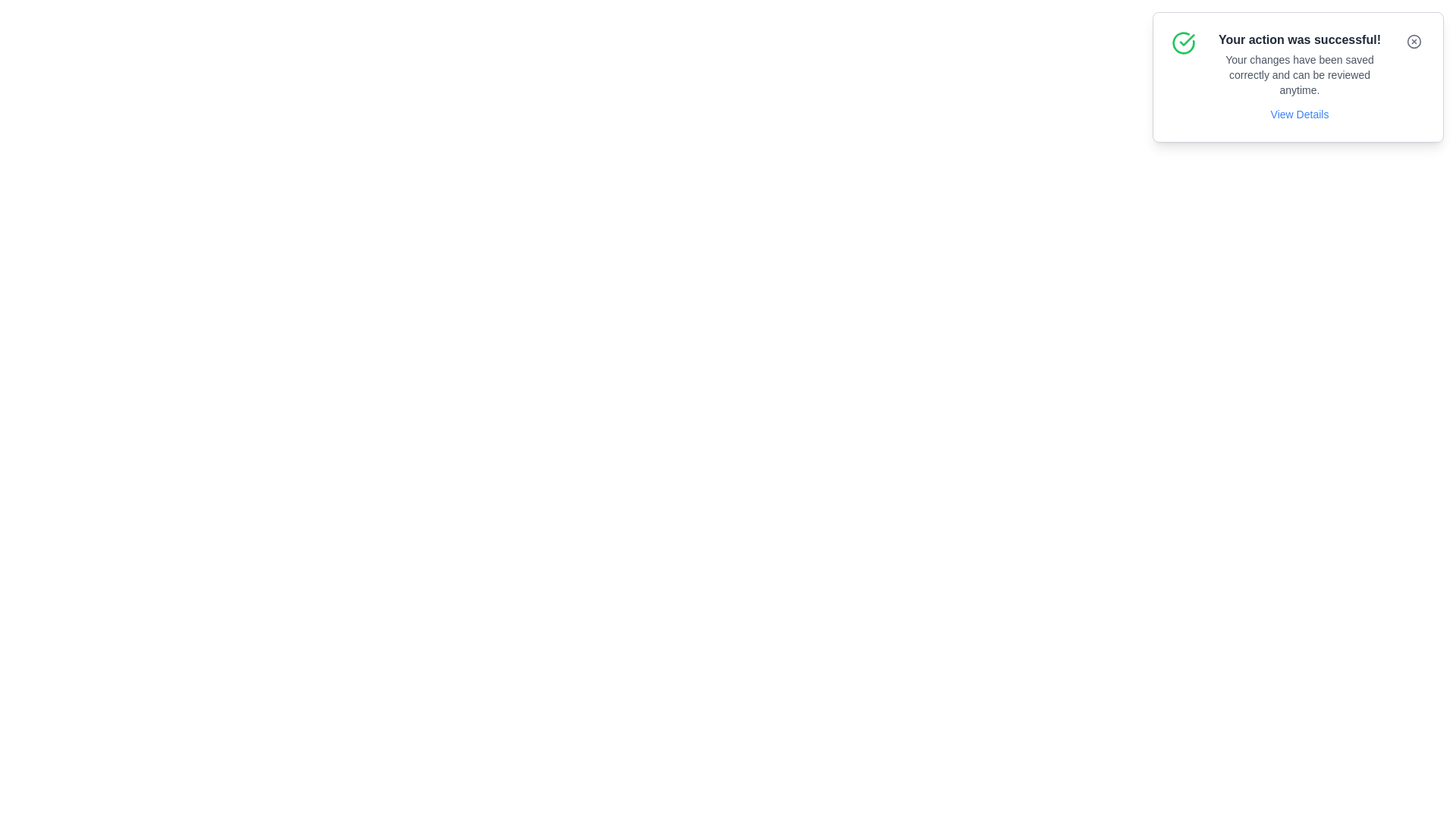 Image resolution: width=1456 pixels, height=819 pixels. Describe the element at coordinates (1414, 40) in the screenshot. I see `close button to dismiss the notification` at that location.